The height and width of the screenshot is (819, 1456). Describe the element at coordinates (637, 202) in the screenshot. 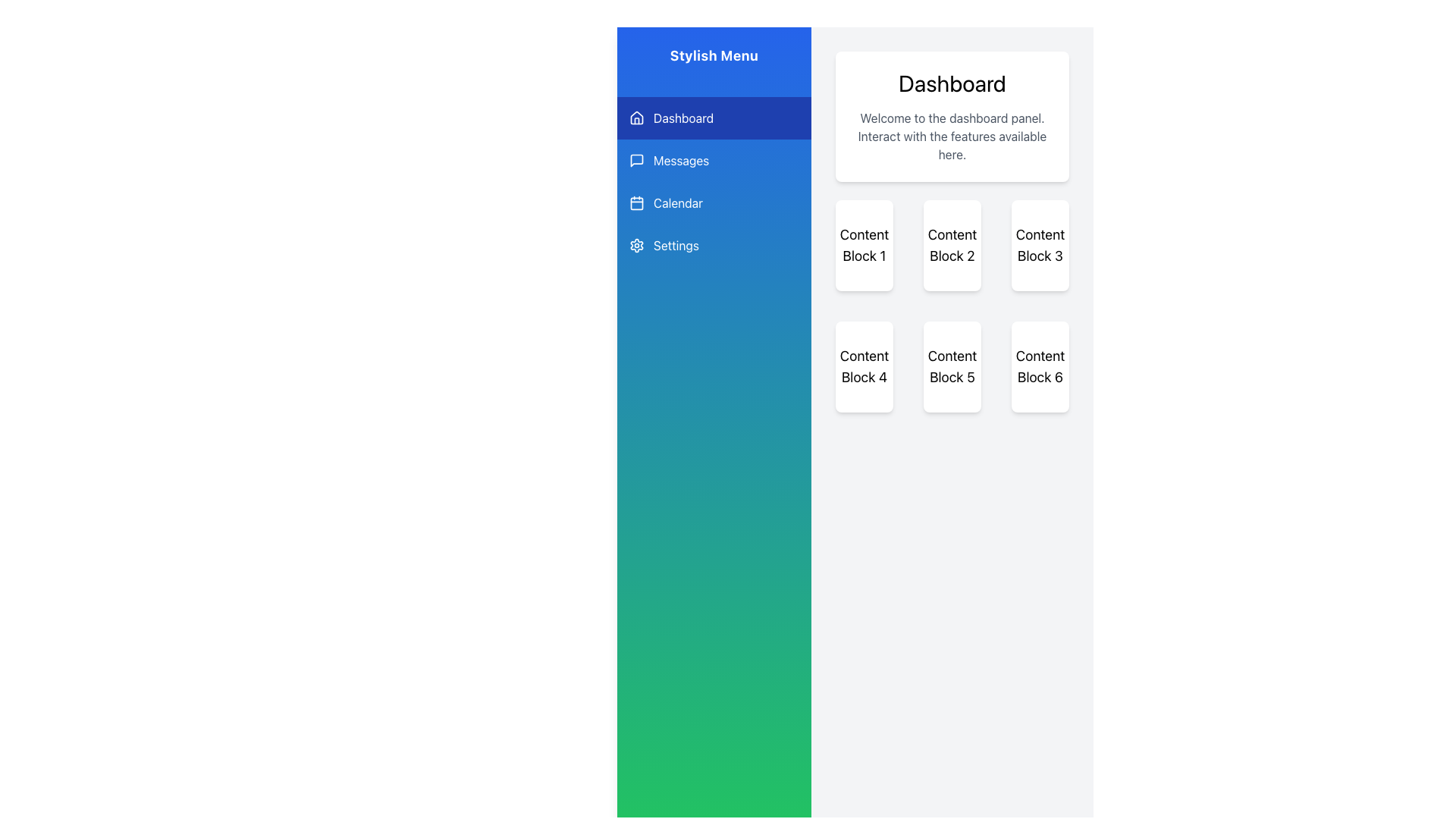

I see `the main body of the calendar representation in the vertical navigation menu on the left` at that location.